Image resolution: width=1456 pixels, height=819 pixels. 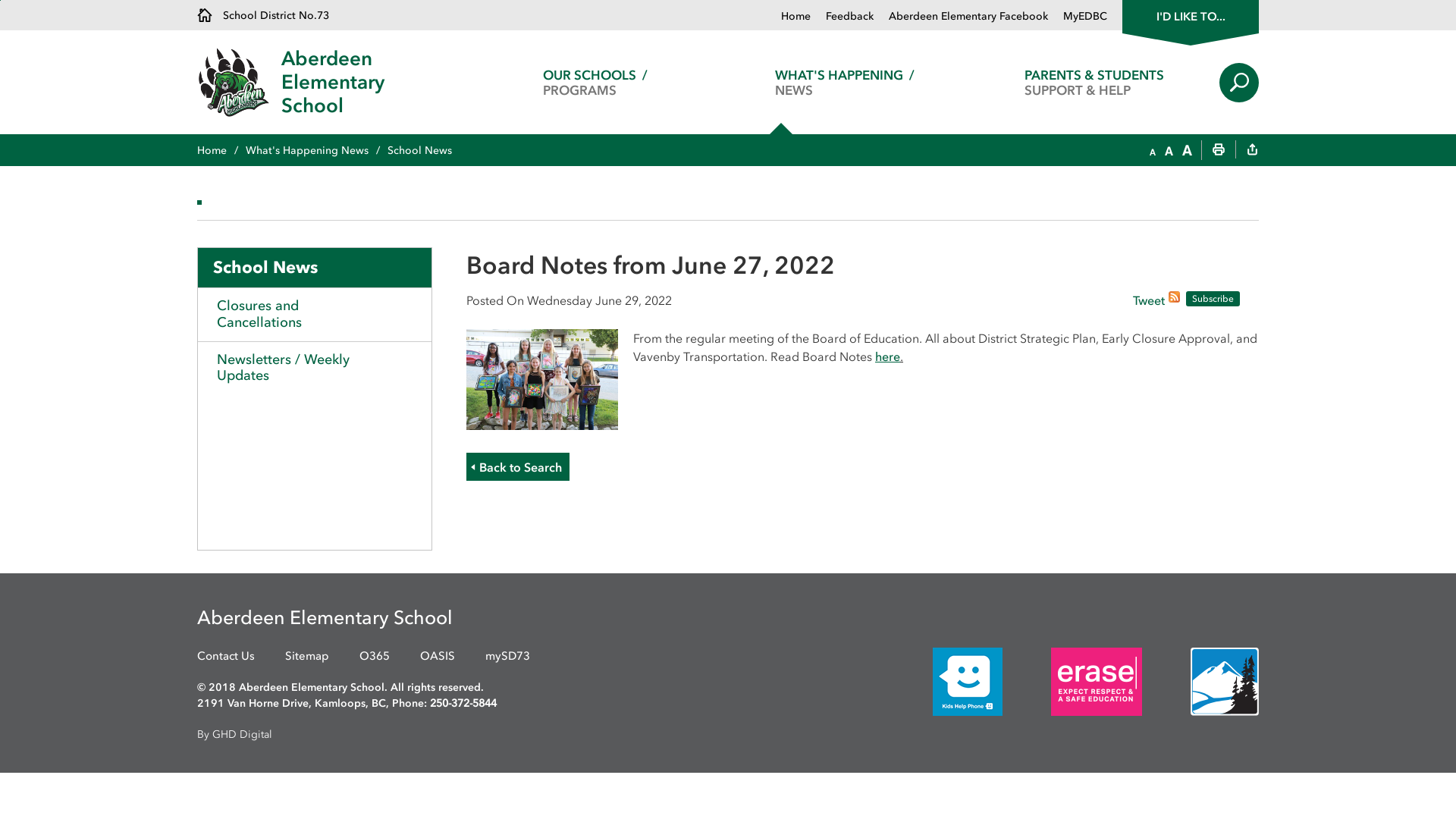 I want to click on 'Print This Page', so click(x=1219, y=151).